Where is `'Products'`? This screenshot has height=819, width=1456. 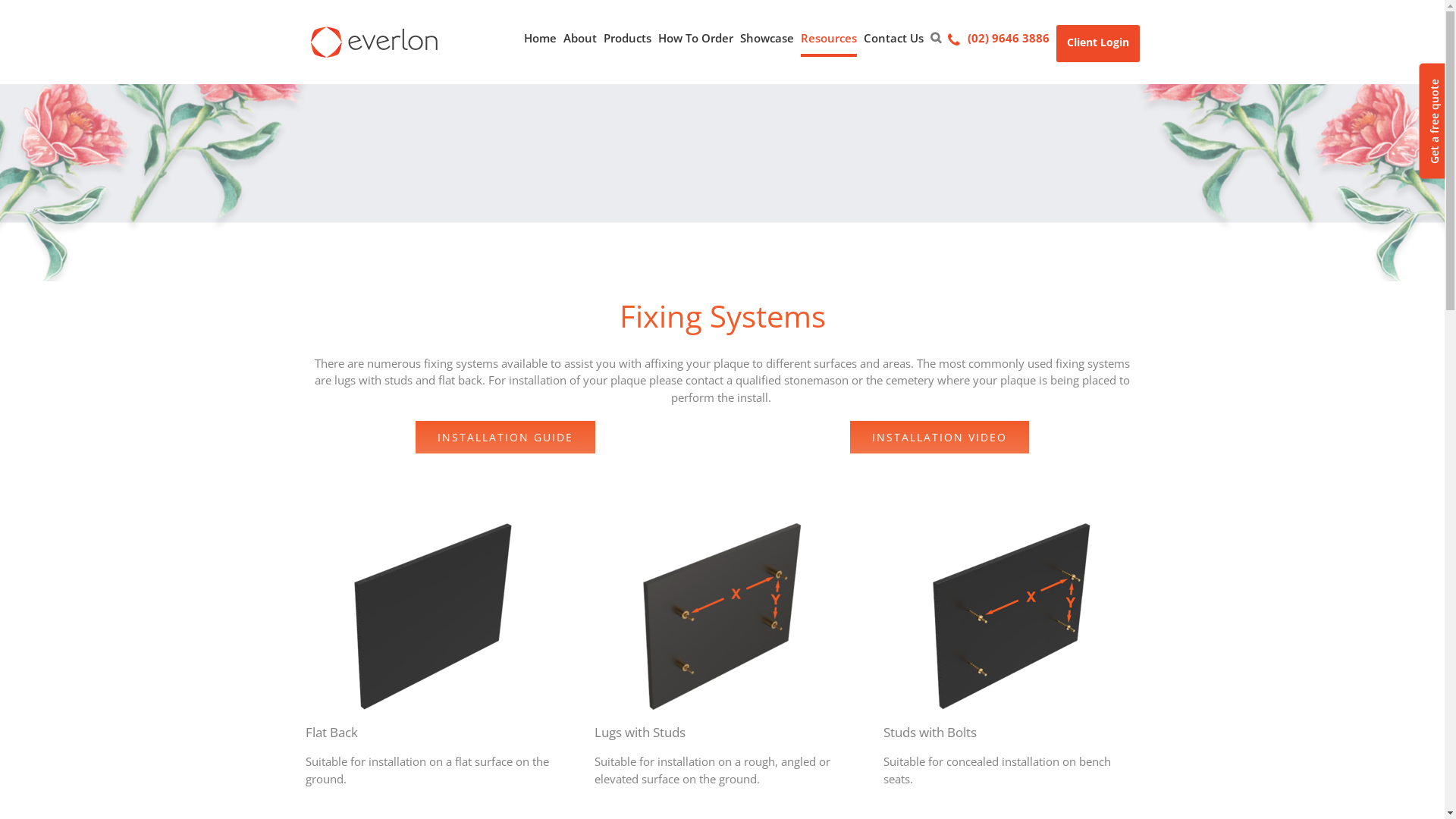 'Products' is located at coordinates (627, 38).